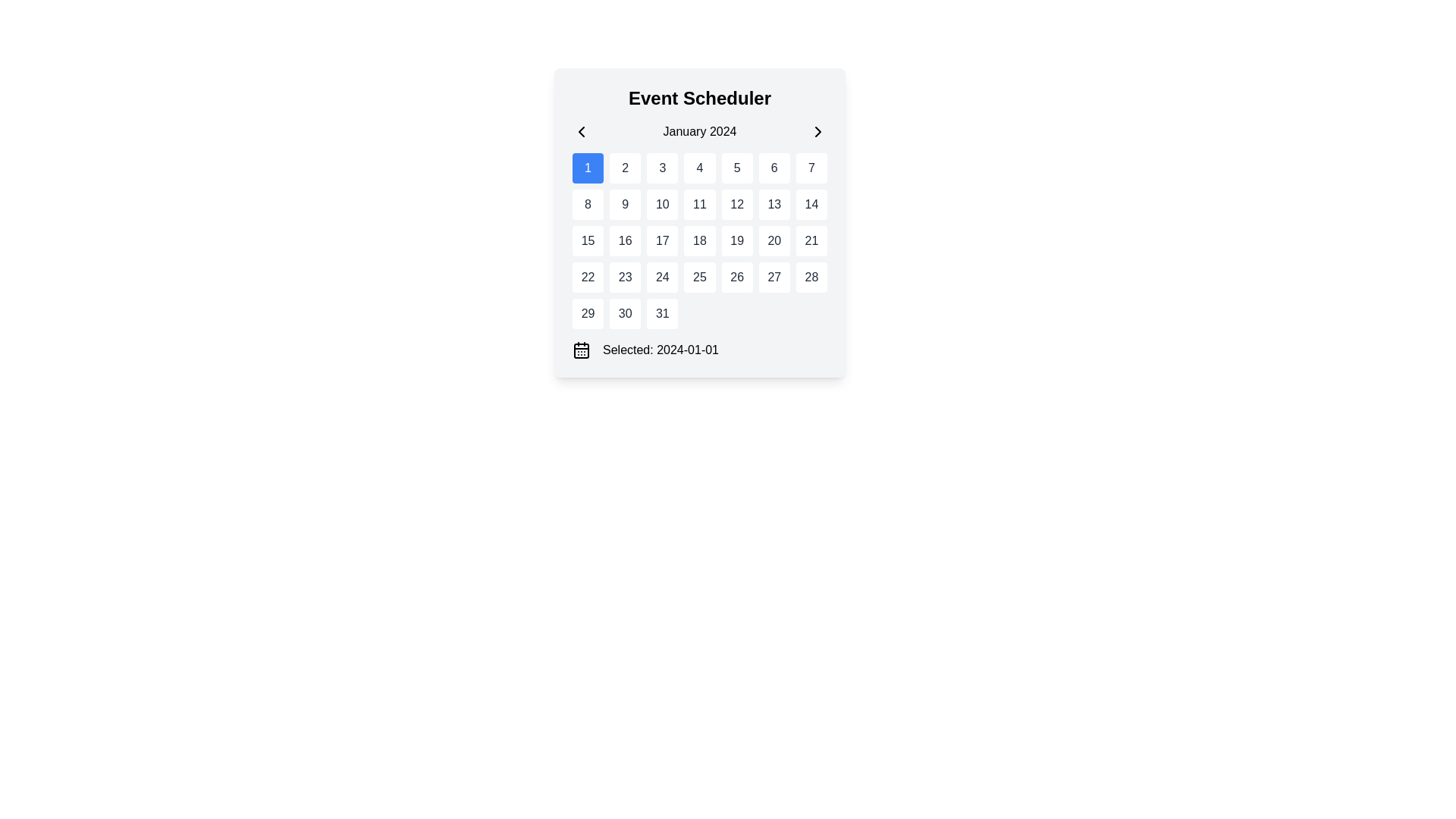 The image size is (1456, 819). I want to click on the Date cell representing the day '16' in the calendar grid, so click(625, 240).